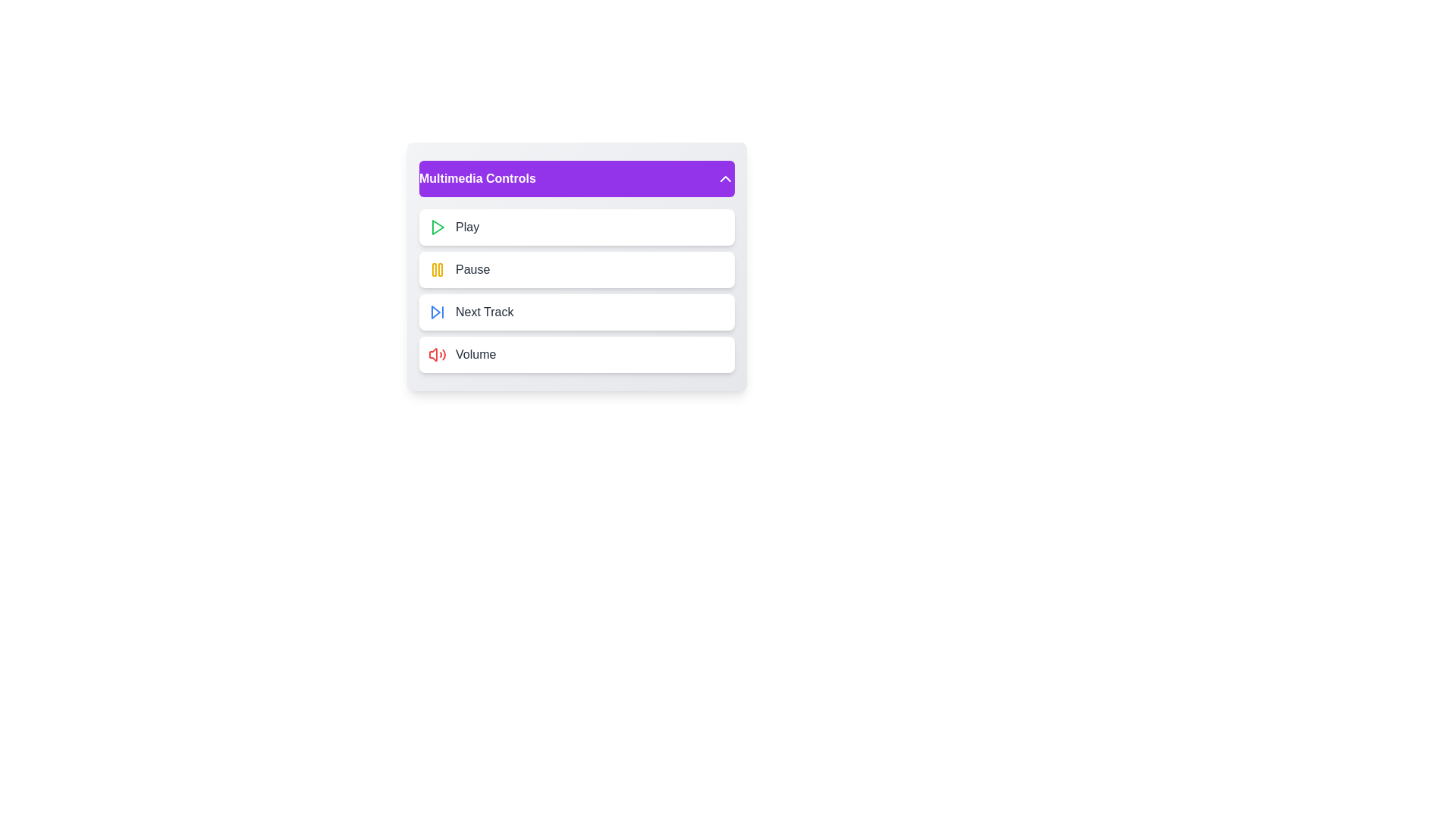  What do you see at coordinates (576, 354) in the screenshot?
I see `the fourth button in the vertical stack of control buttons, located below the 'Next Track' button` at bounding box center [576, 354].